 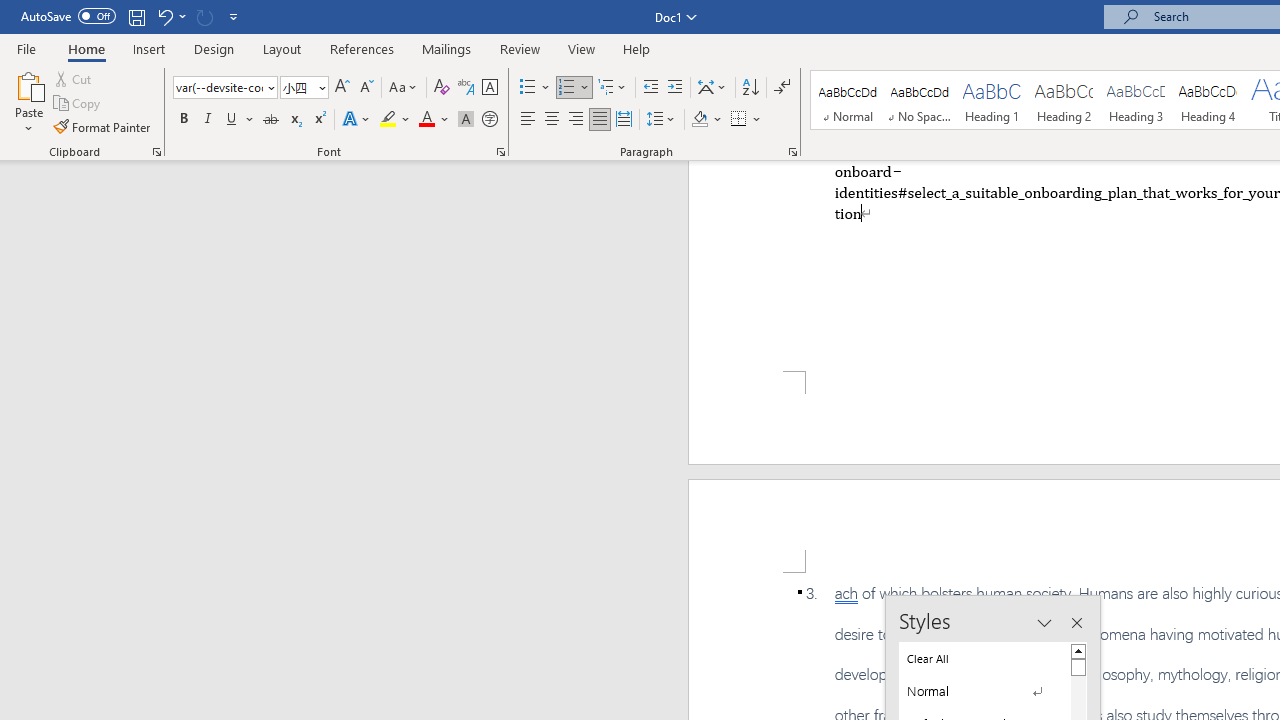 I want to click on 'Font...', so click(x=501, y=150).